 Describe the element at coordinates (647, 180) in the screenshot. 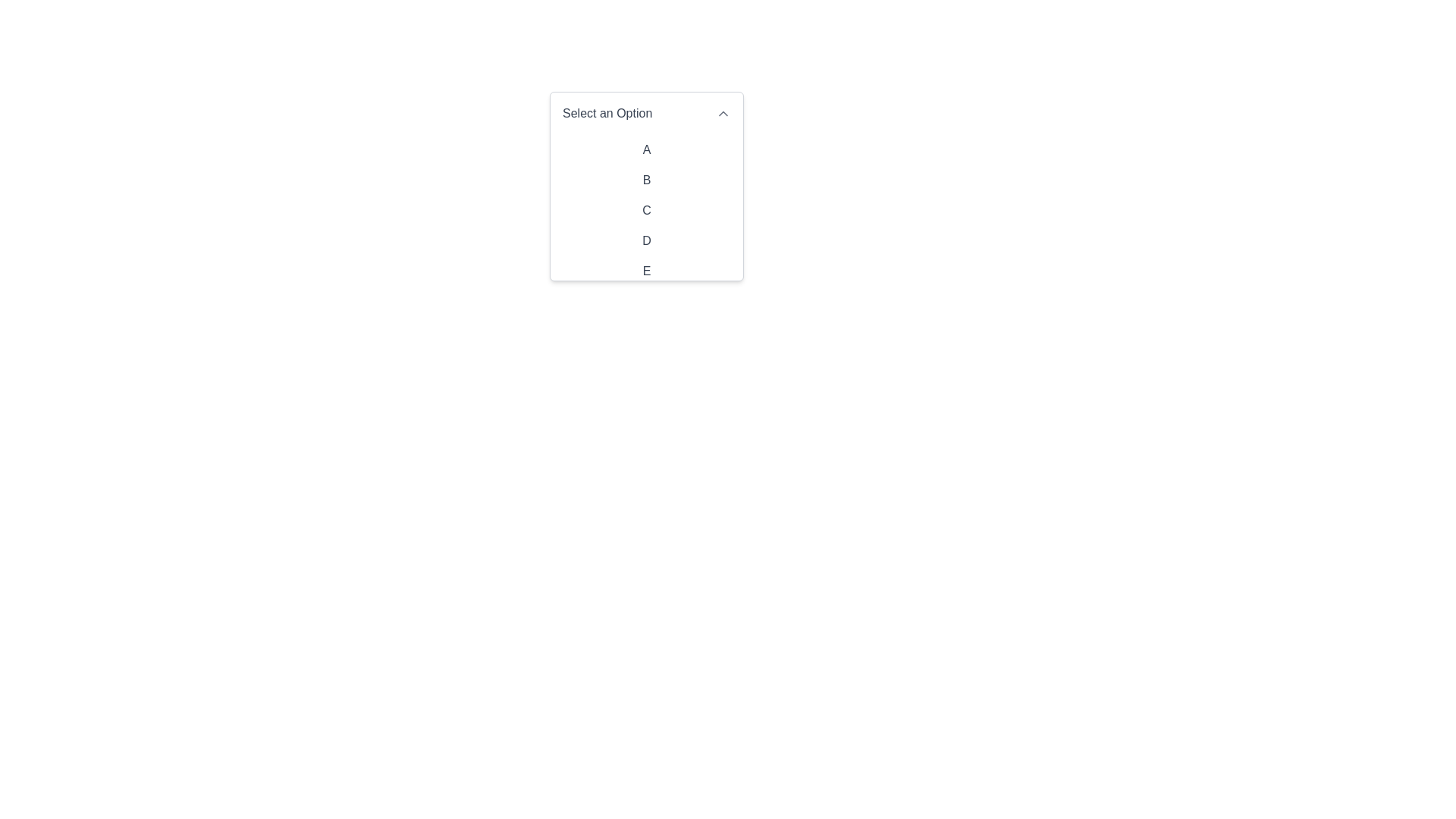

I see `the 'Text' option in the dropdown menu, which is the second item positioned below 'A' and above 'C'` at that location.